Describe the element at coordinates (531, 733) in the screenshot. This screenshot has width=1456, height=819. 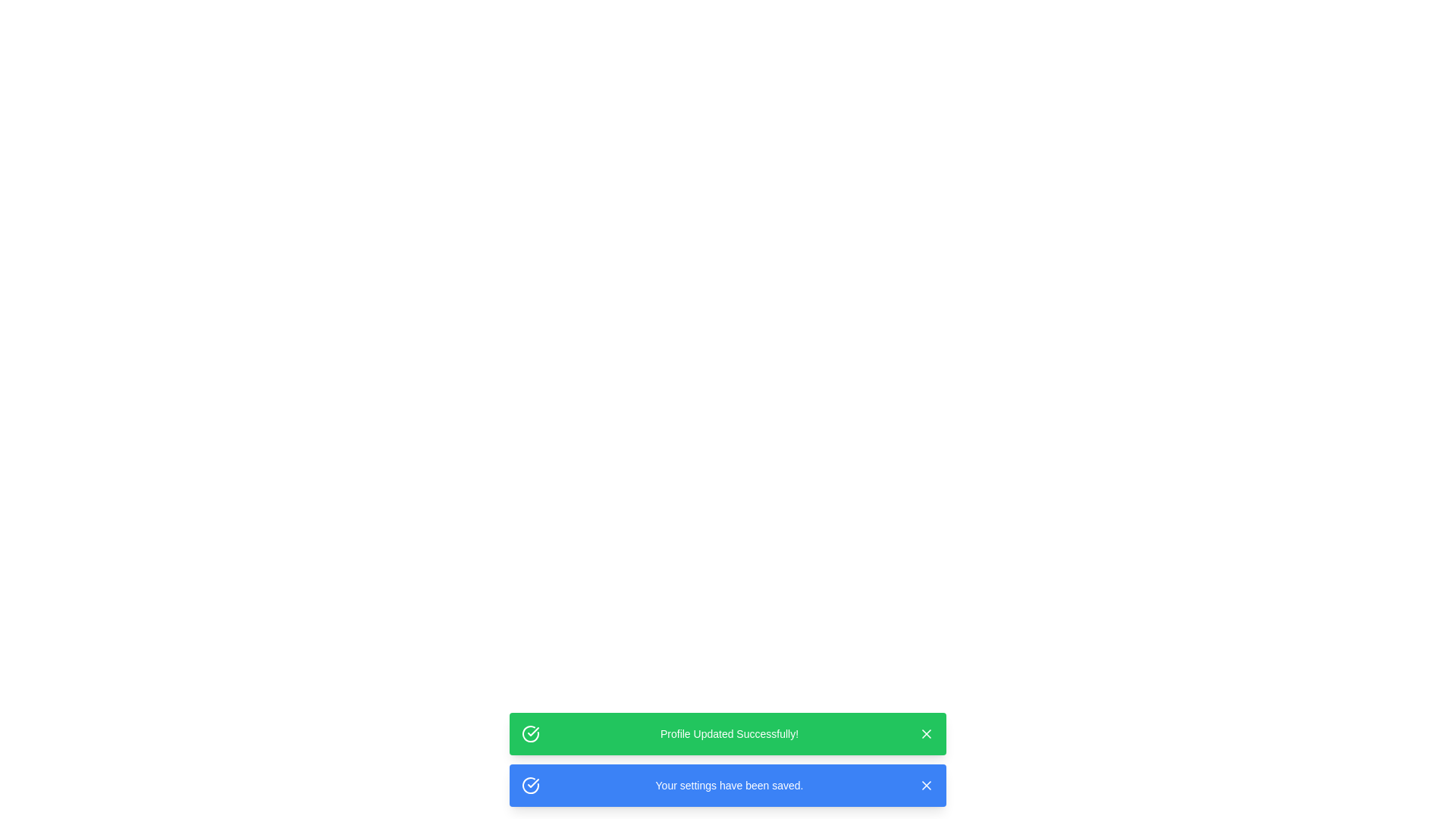
I see `the green circle SVG icon with a check mark inside, which symbolizes confirmation and is located at the top-left side of the green notification bar preceding the message 'Profile Updated Successfully!'` at that location.